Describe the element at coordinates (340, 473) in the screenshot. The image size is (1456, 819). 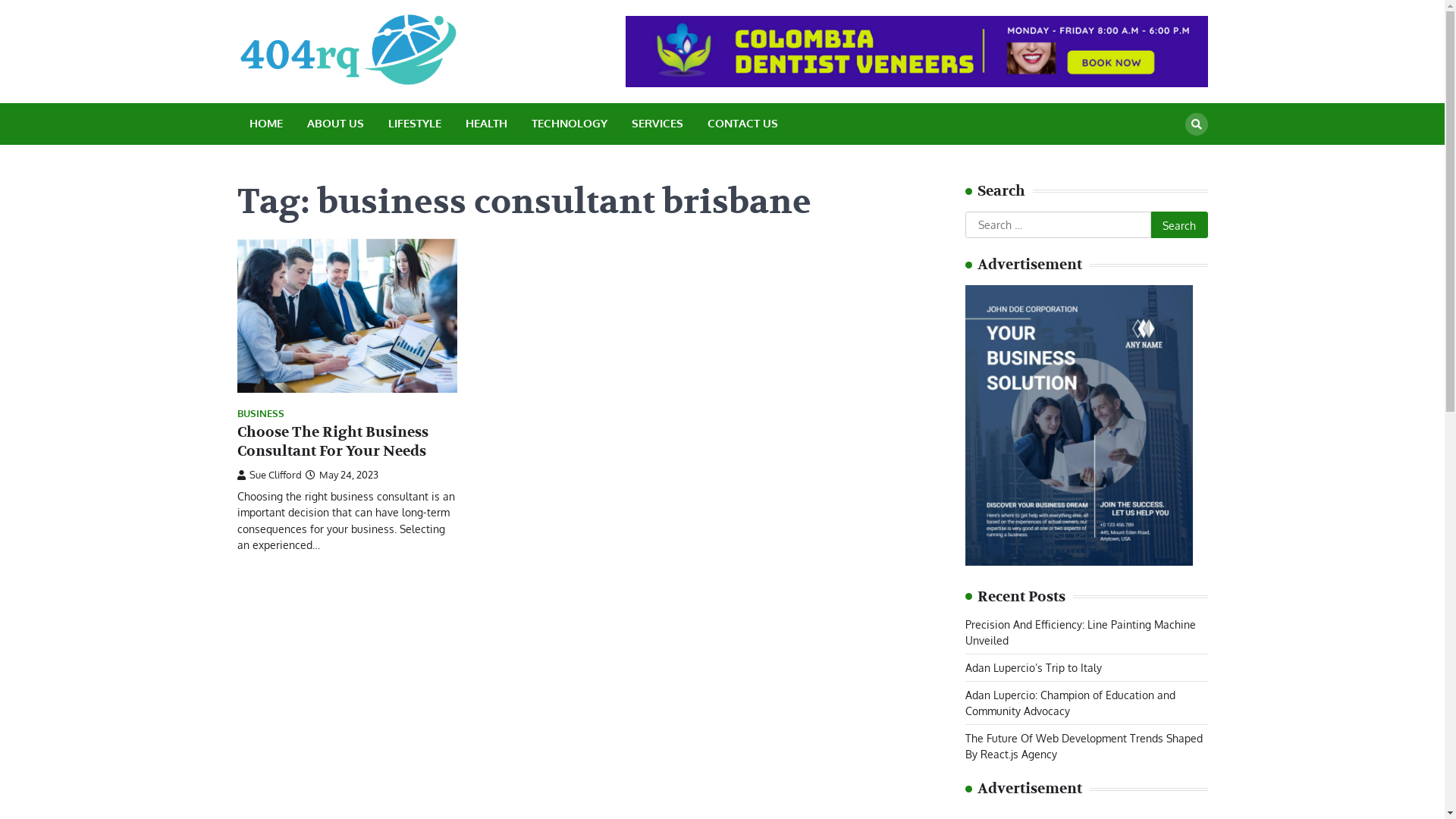
I see `'May 24, 2023'` at that location.